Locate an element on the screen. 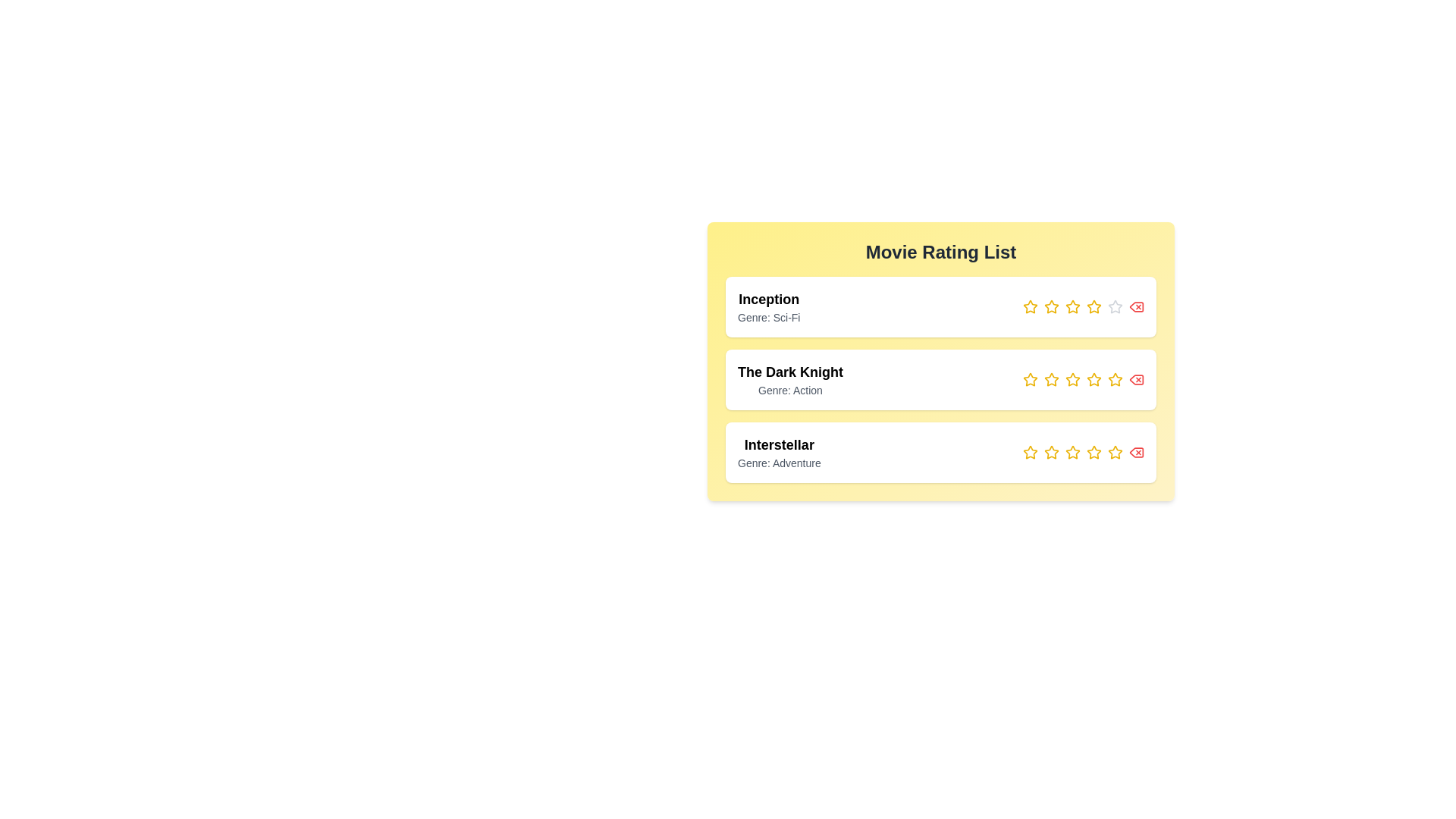 This screenshot has width=1456, height=819. the delete icon for the movie titled 'The Dark Knight' is located at coordinates (1136, 379).